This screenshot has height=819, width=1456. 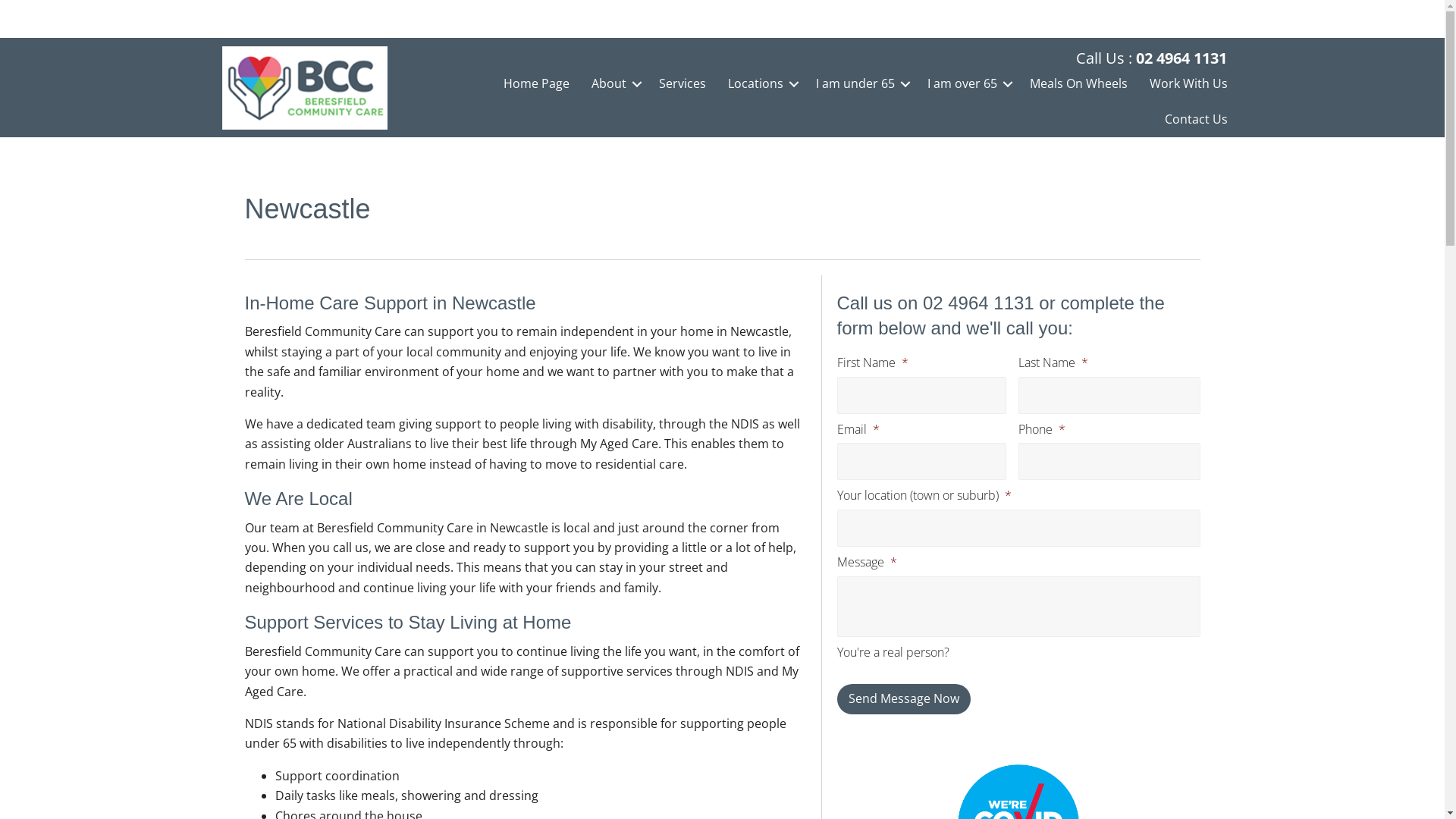 I want to click on 'Home Page', so click(x=536, y=83).